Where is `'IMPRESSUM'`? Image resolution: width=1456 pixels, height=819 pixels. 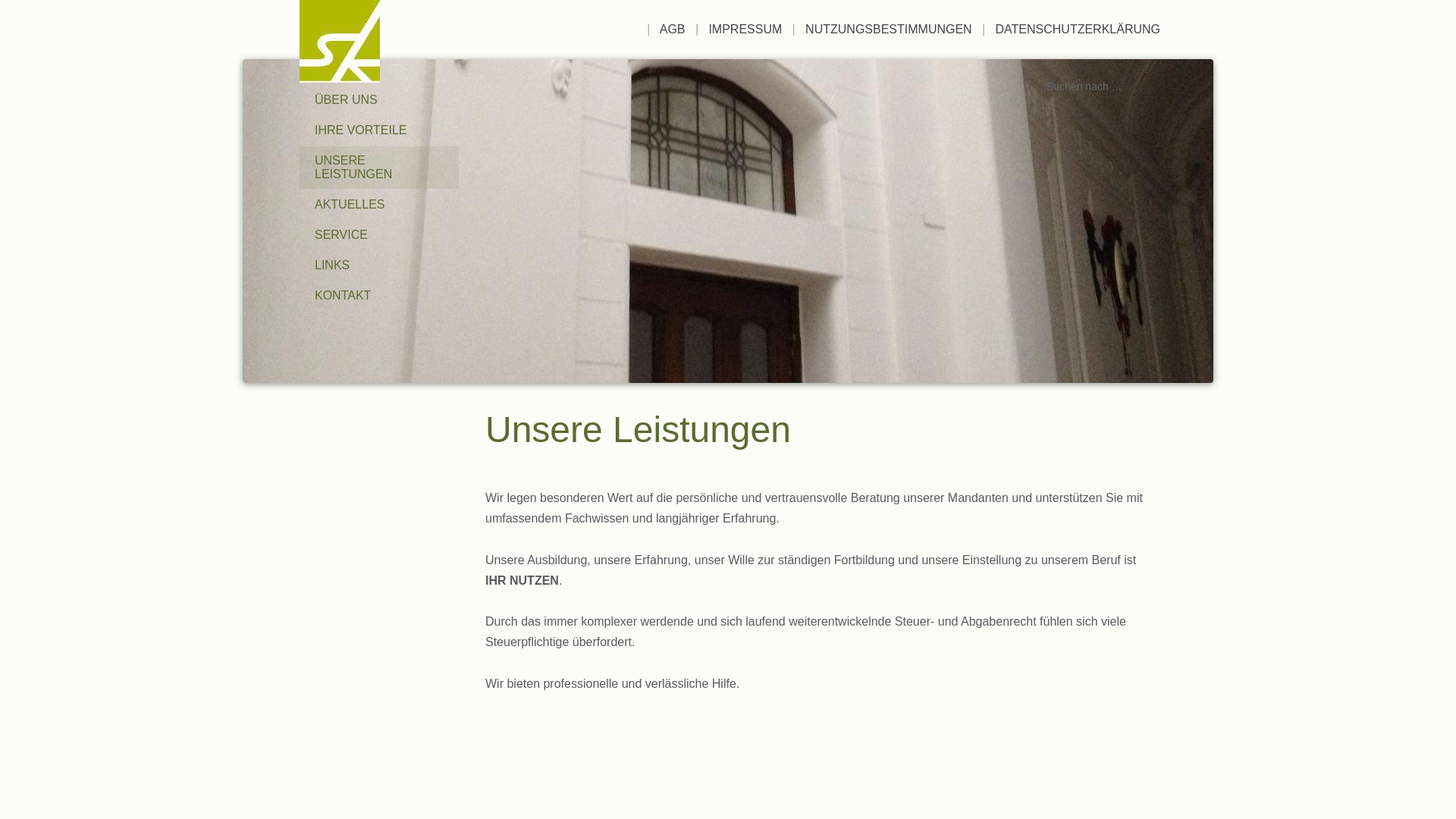
'IMPRESSUM' is located at coordinates (708, 29).